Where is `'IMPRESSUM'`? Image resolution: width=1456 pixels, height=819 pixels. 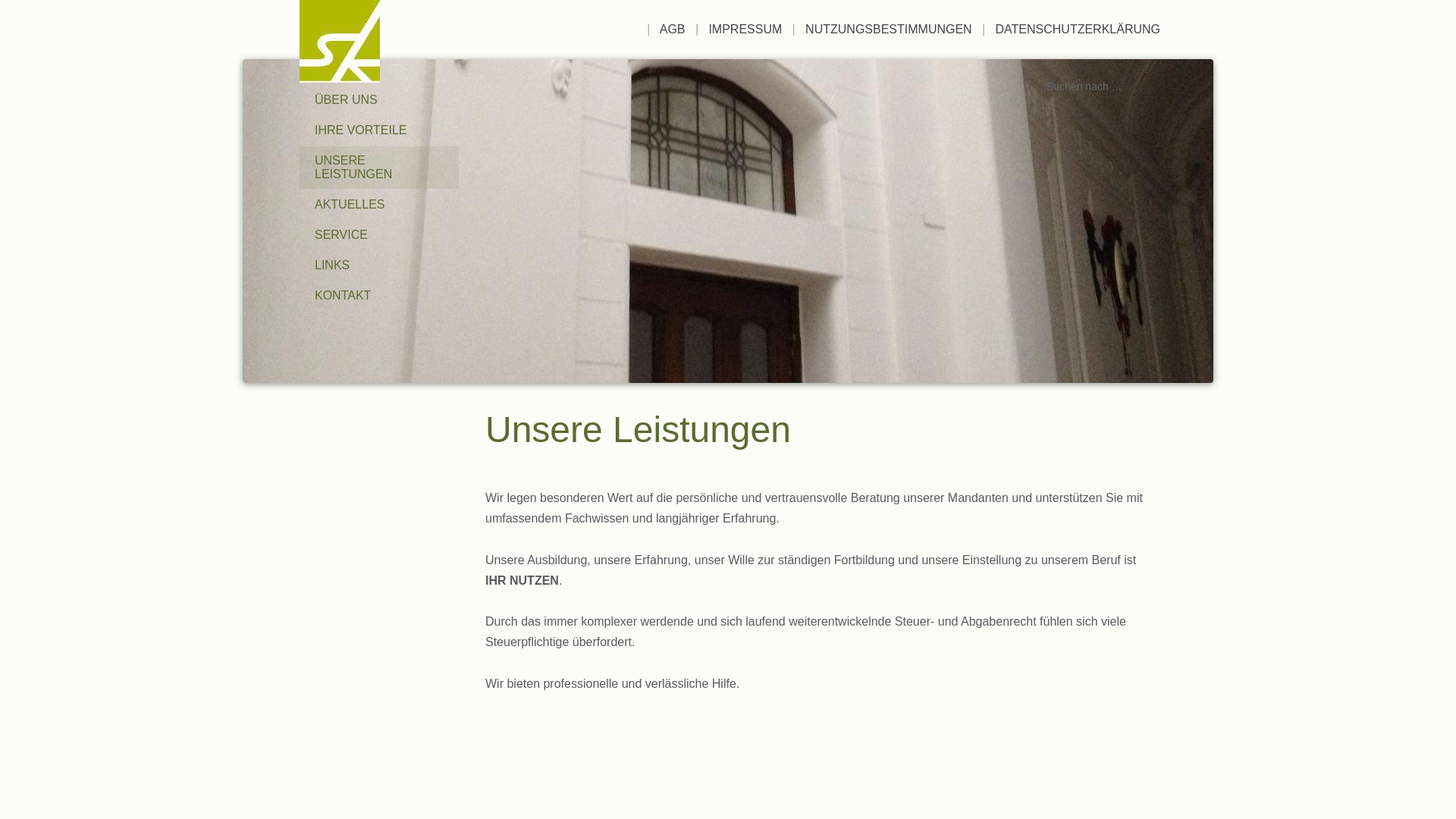
'IMPRESSUM' is located at coordinates (708, 29).